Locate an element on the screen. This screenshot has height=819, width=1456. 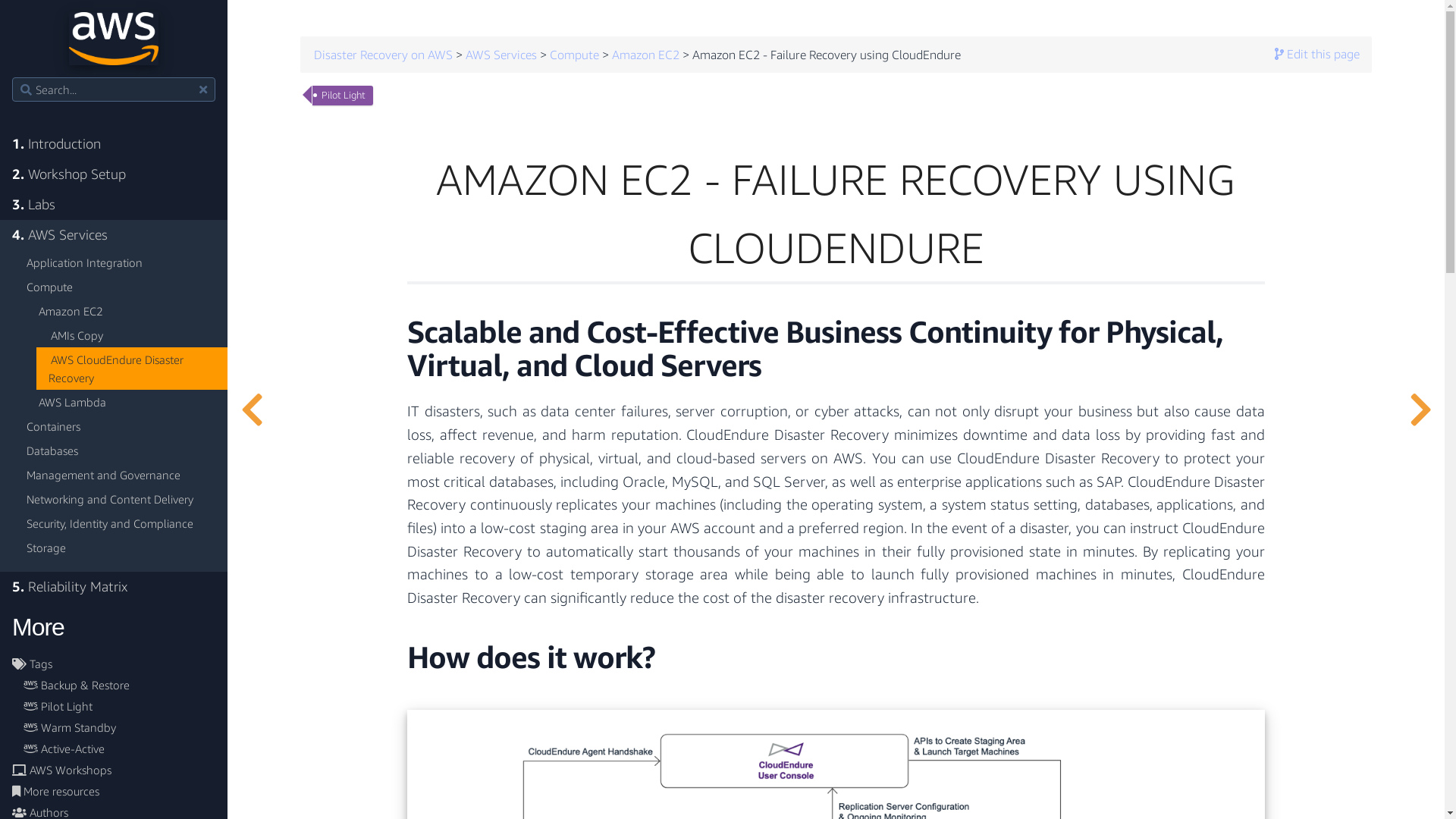
'Disaster Recovery on AWS' is located at coordinates (383, 55).